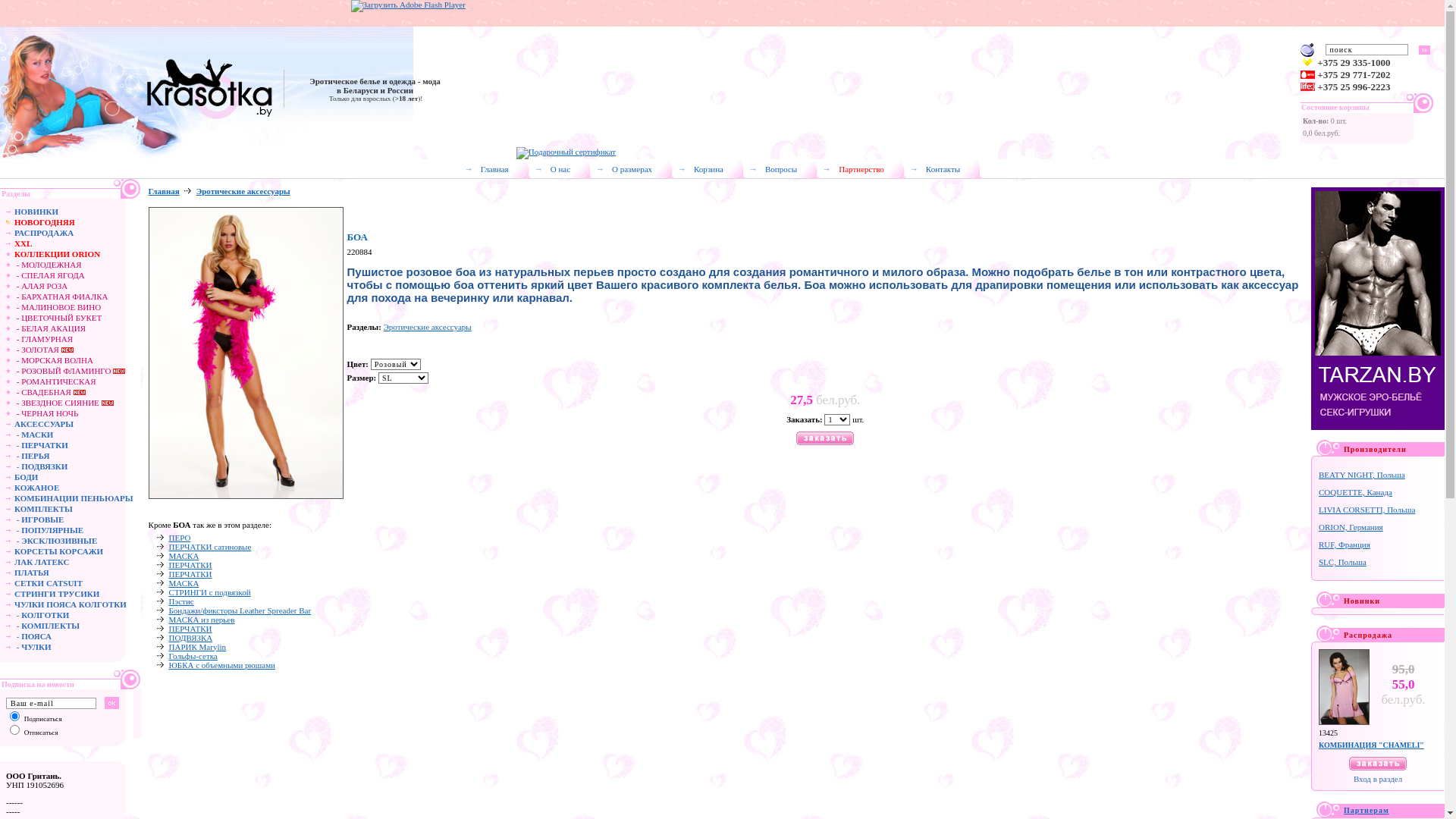  What do you see at coordinates (23, 242) in the screenshot?
I see `'XXL'` at bounding box center [23, 242].